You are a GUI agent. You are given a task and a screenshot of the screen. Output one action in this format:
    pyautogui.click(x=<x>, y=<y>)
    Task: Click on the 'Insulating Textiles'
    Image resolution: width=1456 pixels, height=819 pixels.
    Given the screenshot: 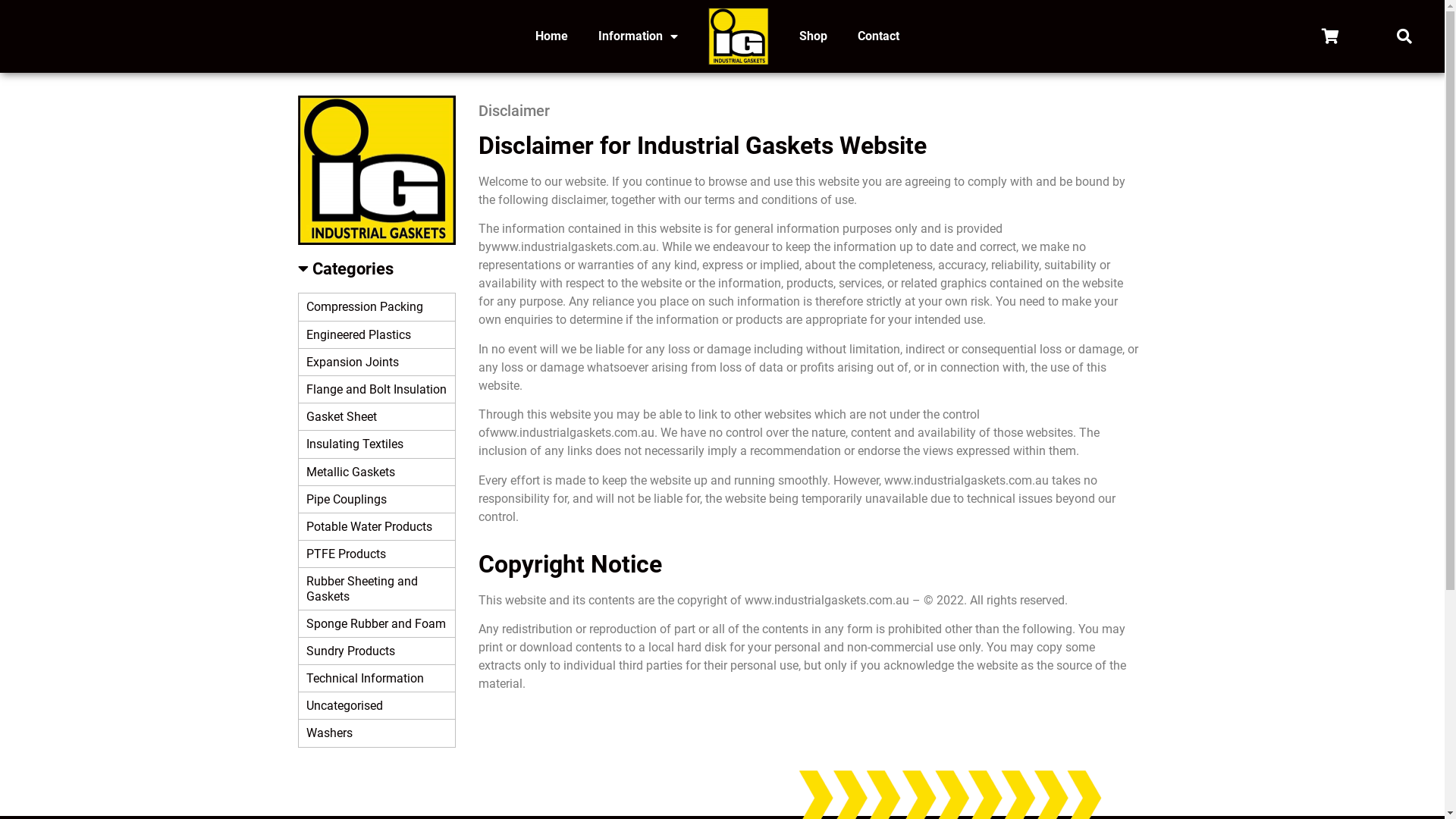 What is the action you would take?
    pyautogui.click(x=377, y=444)
    